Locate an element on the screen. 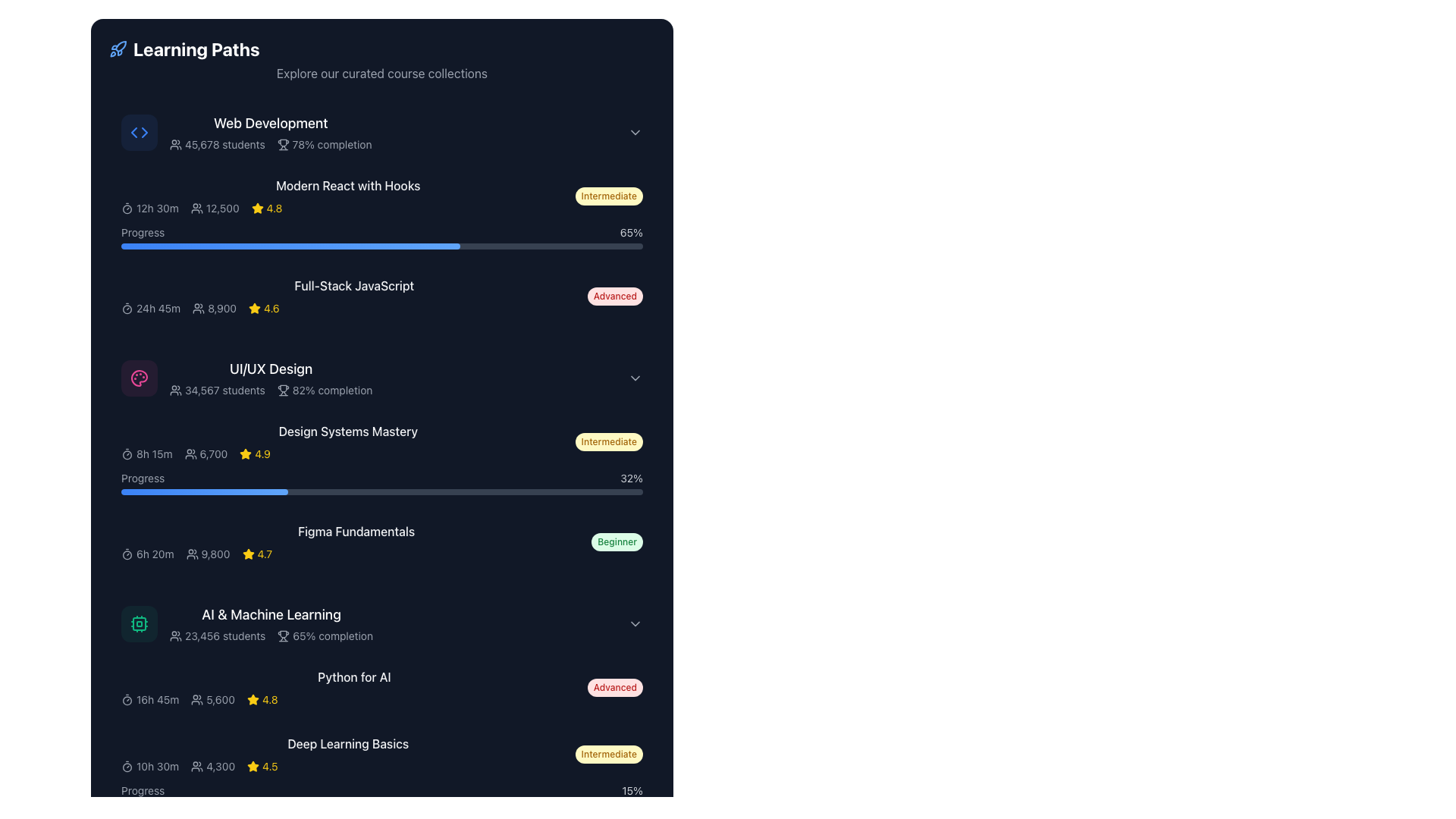 This screenshot has width=1456, height=819. the Course overview section for 'Figma Fundamentals', which displays the course title, duration, student count, rating, and skill level is located at coordinates (382, 541).